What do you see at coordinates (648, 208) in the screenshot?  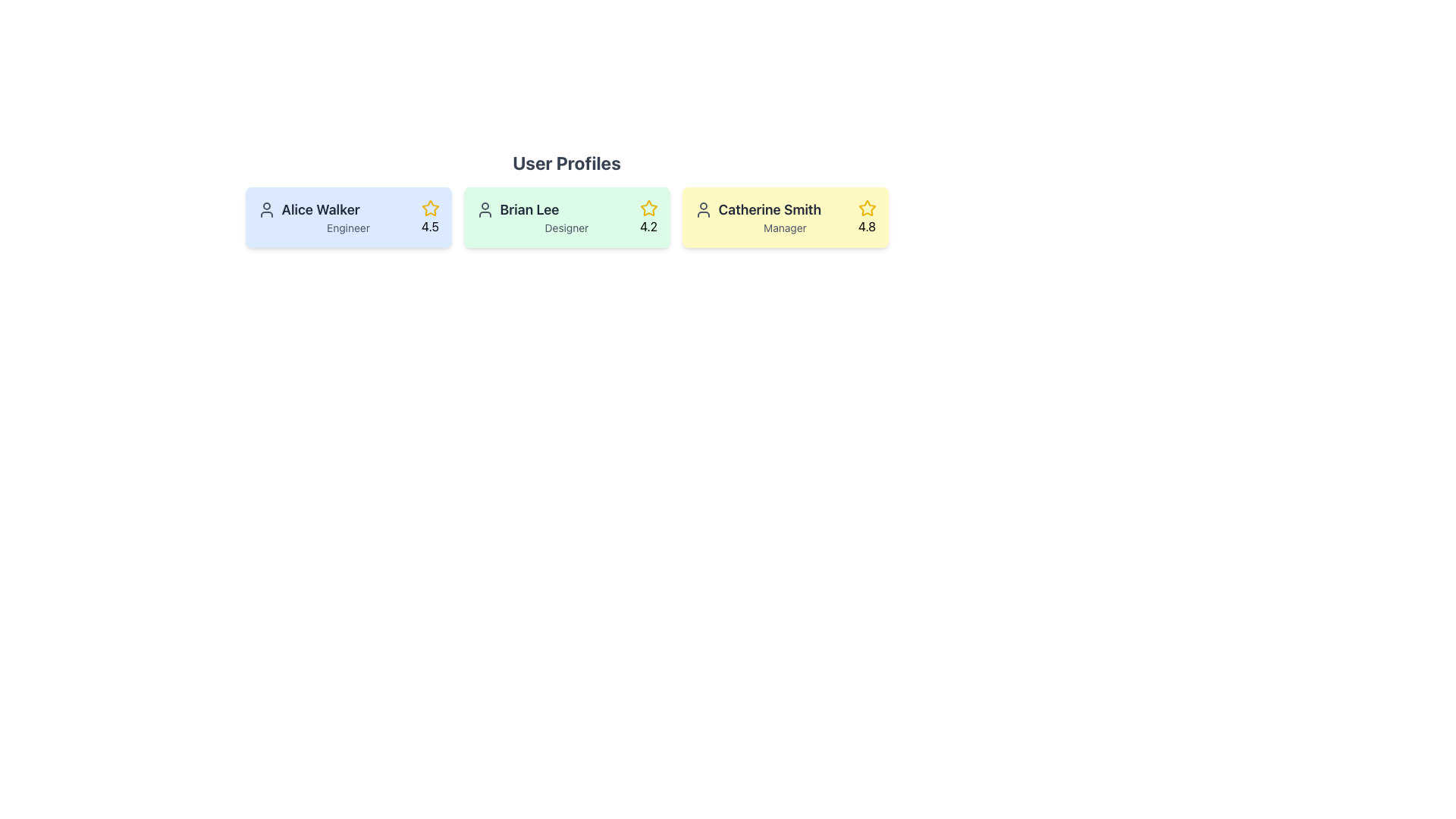 I see `the yellow star-shaped icon with a hollow center located at the top-right corner of Brian Lee's card` at bounding box center [648, 208].